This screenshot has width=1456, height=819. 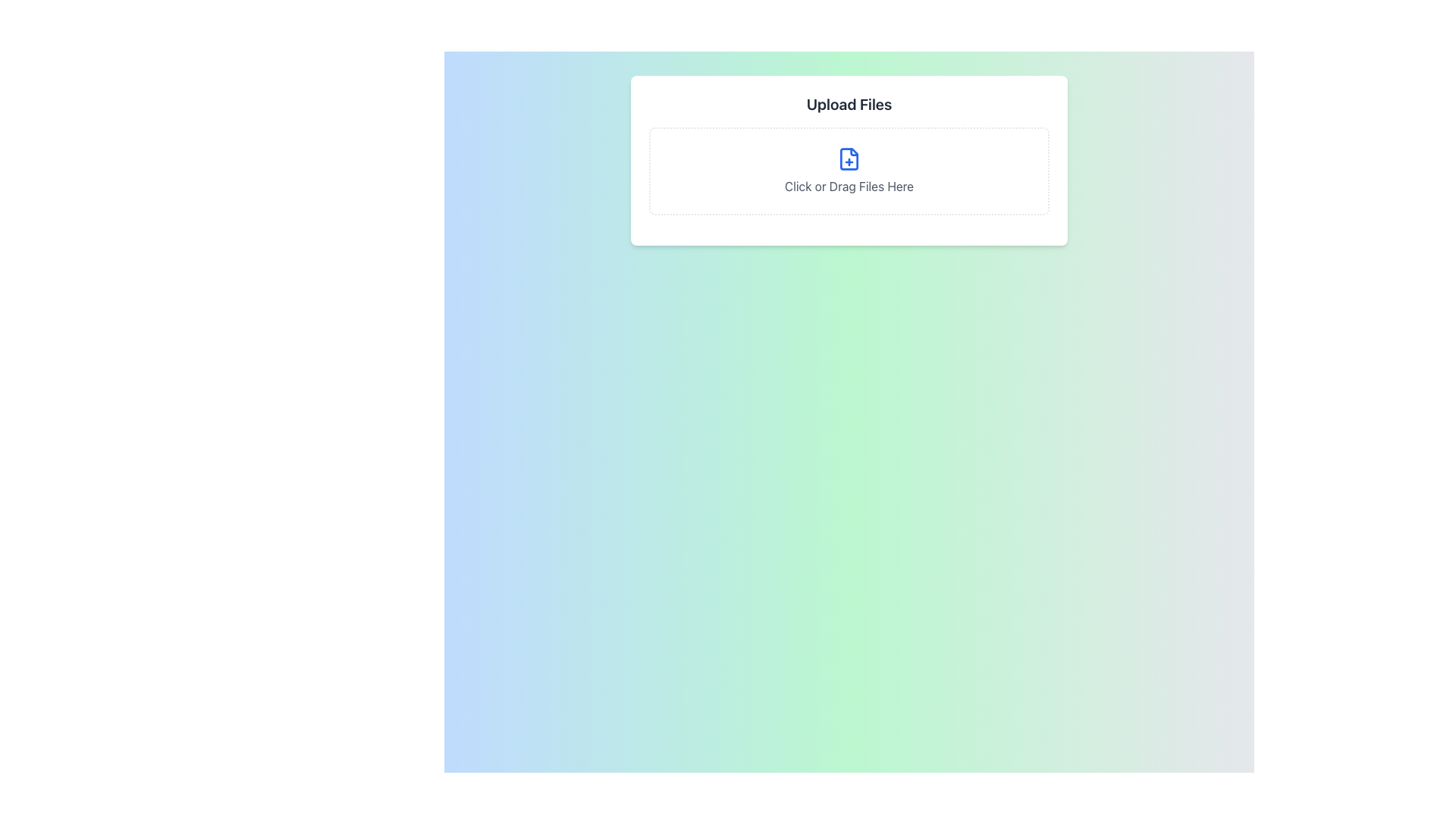 What do you see at coordinates (848, 171) in the screenshot?
I see `the File upload area located below the 'Upload Files' heading` at bounding box center [848, 171].